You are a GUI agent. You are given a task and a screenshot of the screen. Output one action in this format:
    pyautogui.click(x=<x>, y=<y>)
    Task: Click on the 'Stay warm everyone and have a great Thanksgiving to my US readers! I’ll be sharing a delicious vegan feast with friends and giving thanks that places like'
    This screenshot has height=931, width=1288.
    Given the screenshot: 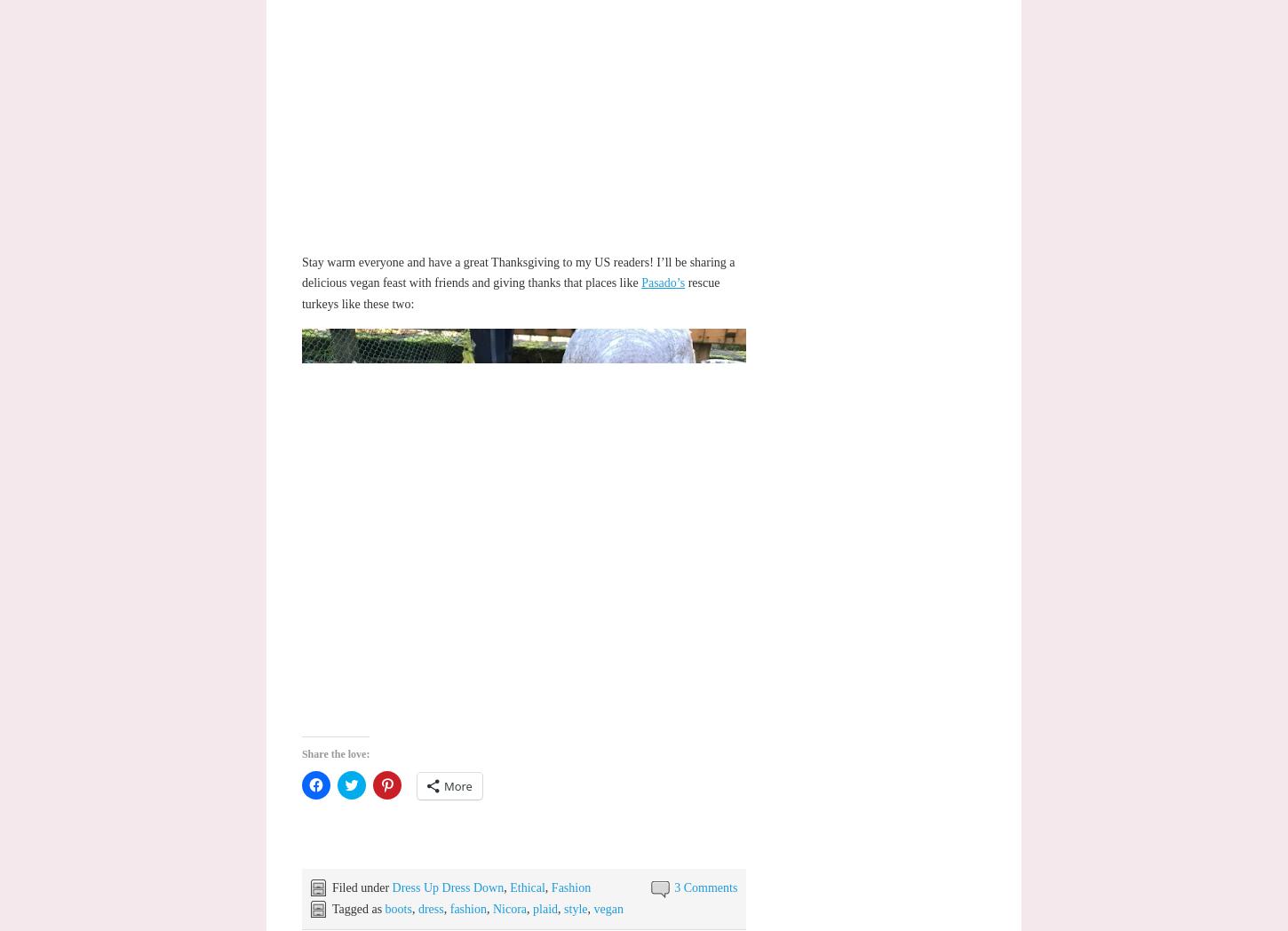 What is the action you would take?
    pyautogui.click(x=301, y=271)
    